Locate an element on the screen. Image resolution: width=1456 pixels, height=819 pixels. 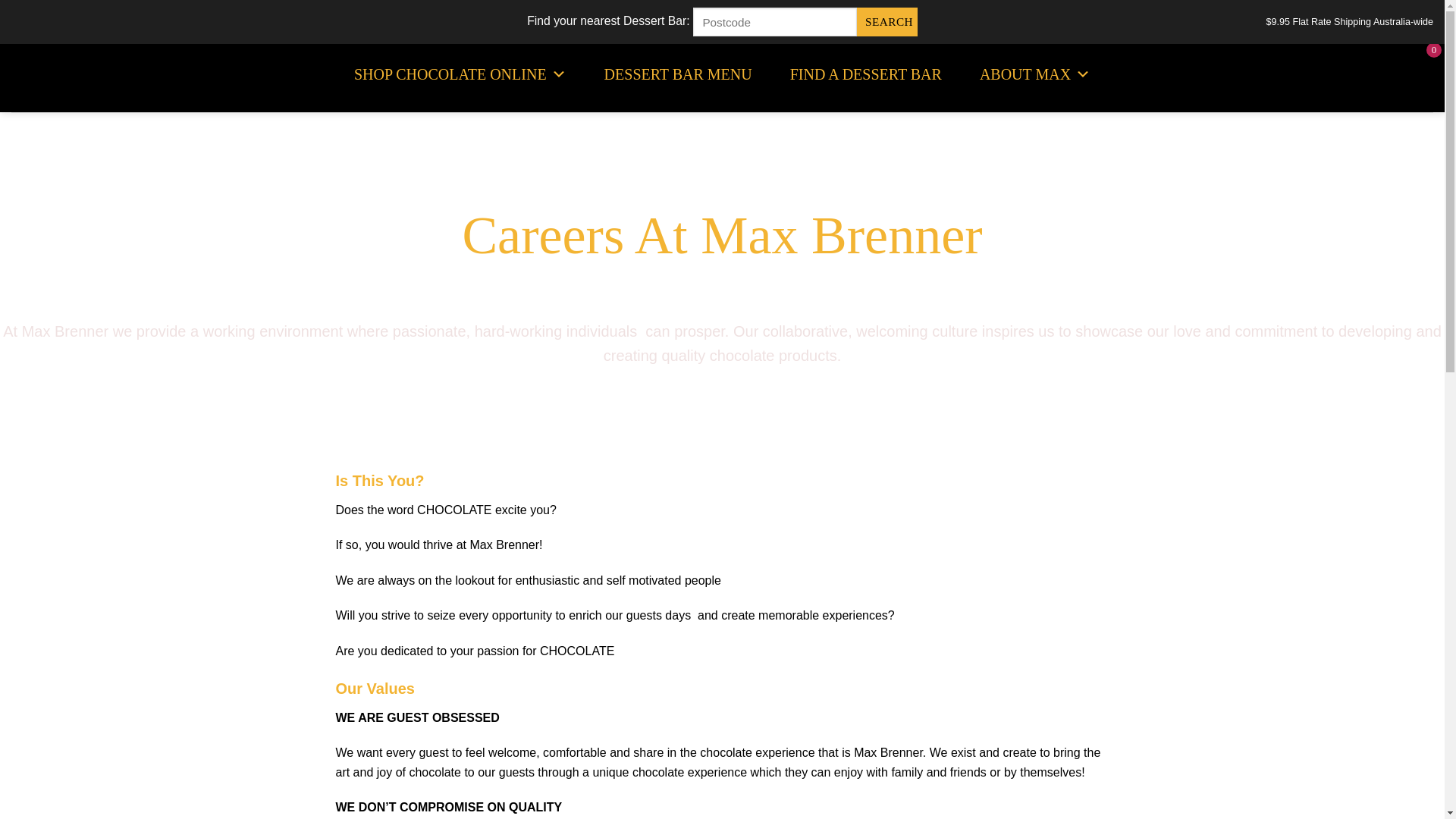
'SEARCH' is located at coordinates (887, 22).